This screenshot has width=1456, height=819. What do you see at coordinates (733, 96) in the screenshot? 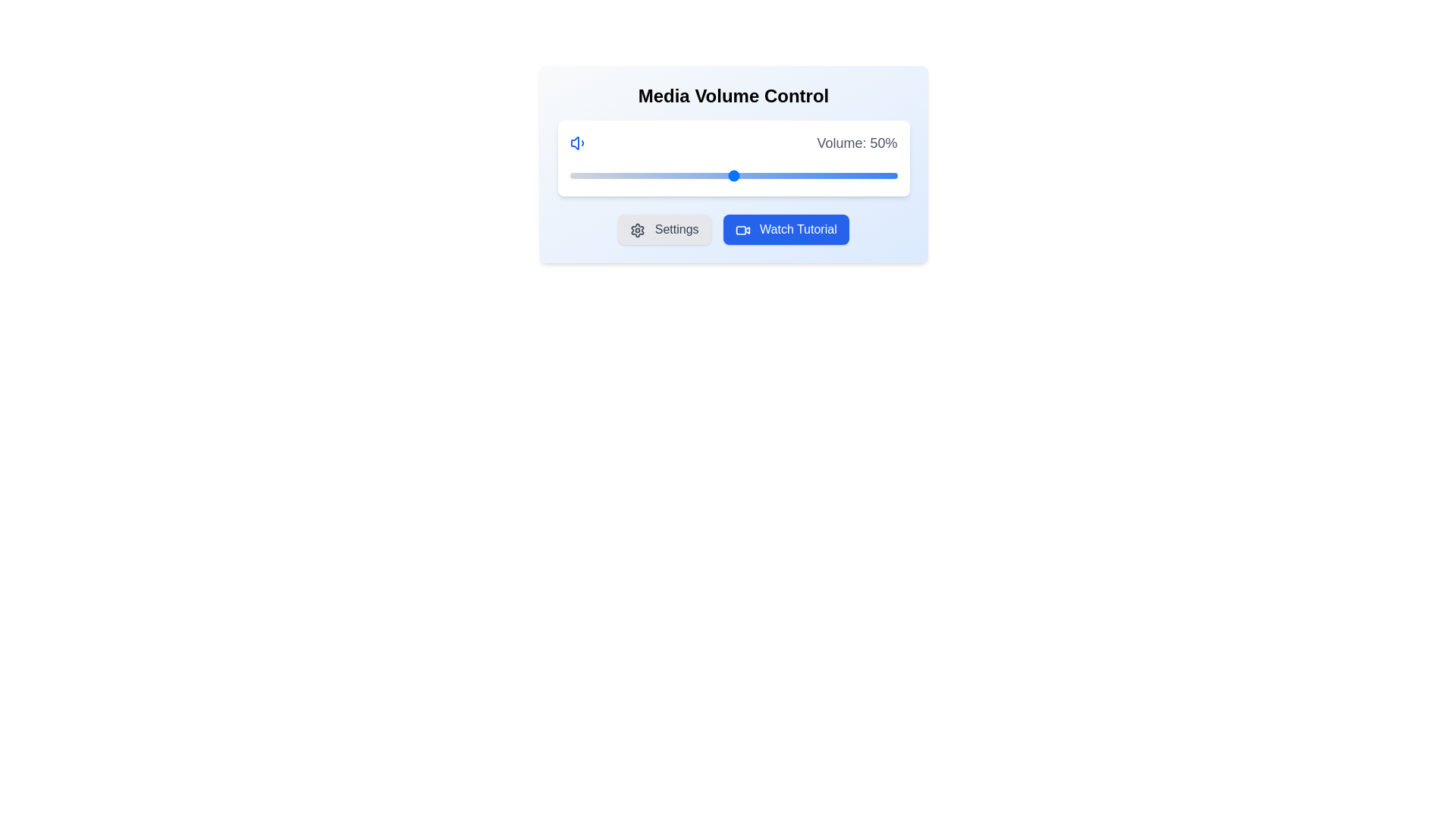
I see `the title text 'Media Volume Control' to highlight it` at bounding box center [733, 96].